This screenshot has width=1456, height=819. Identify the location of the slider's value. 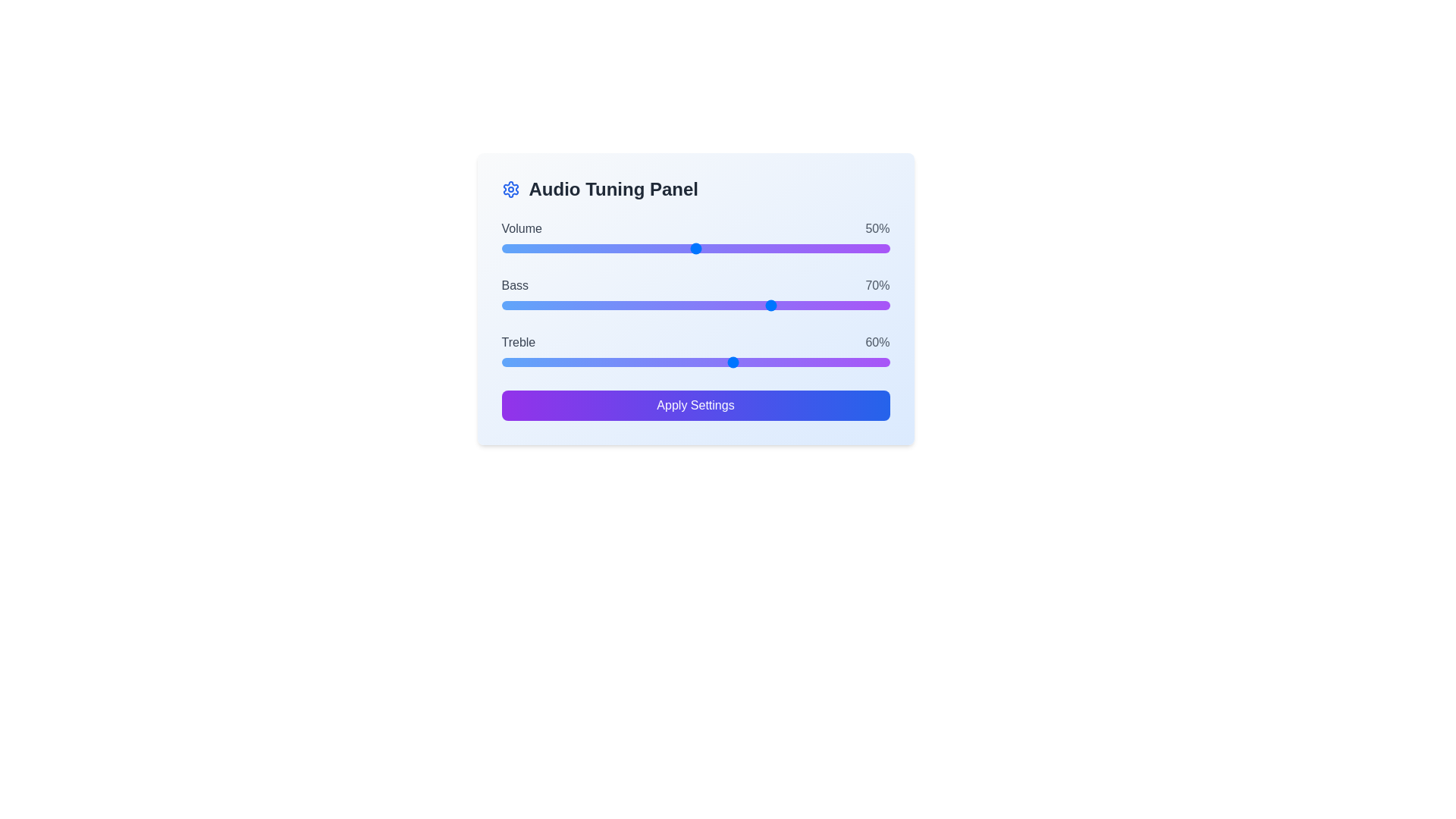
(683, 362).